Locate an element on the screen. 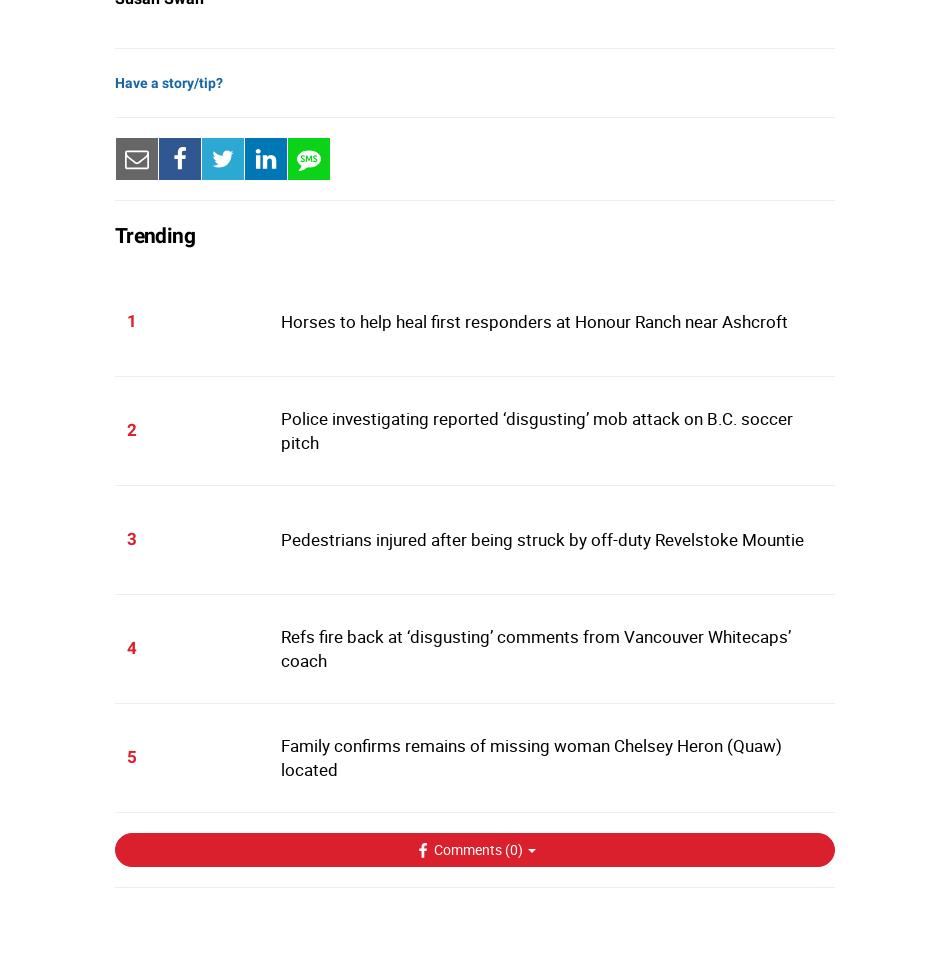 Image resolution: width=950 pixels, height=955 pixels. 'Horses to help heal first responders at Honour Ranch near Ashcroft' is located at coordinates (533, 320).